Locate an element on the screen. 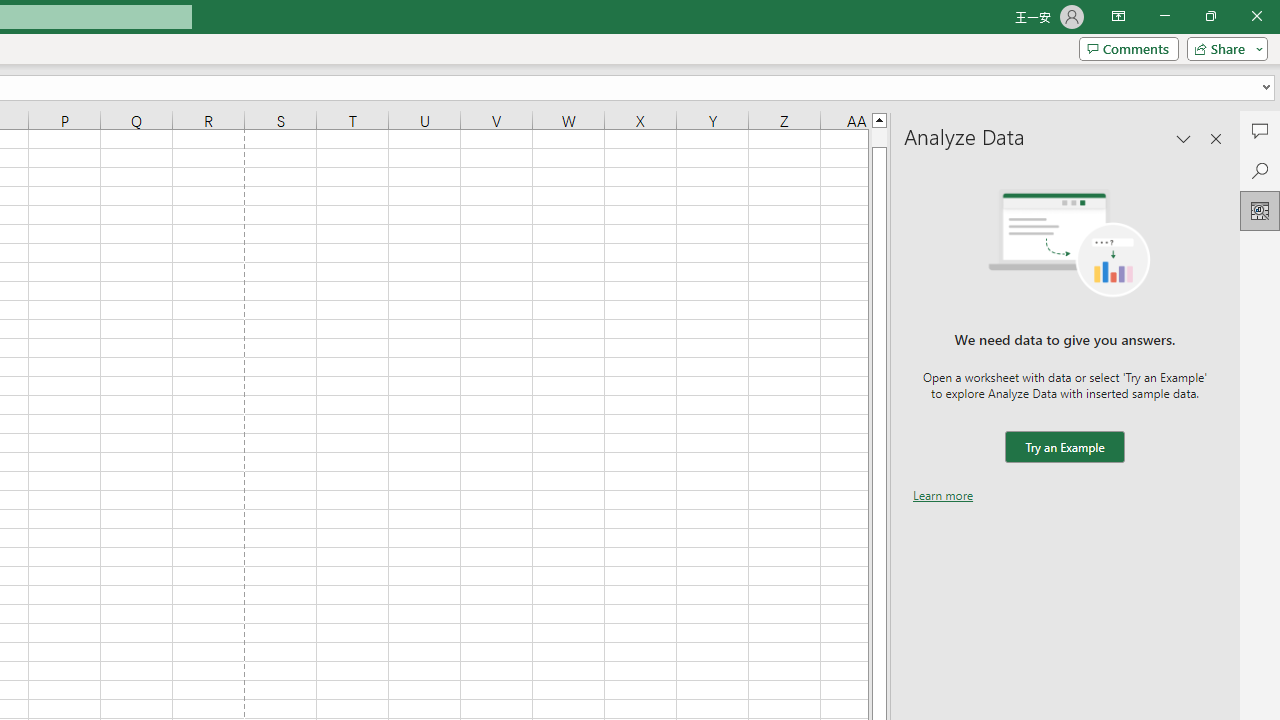 The width and height of the screenshot is (1280, 720). 'We need data to give you answers. Try an Example' is located at coordinates (1063, 446).